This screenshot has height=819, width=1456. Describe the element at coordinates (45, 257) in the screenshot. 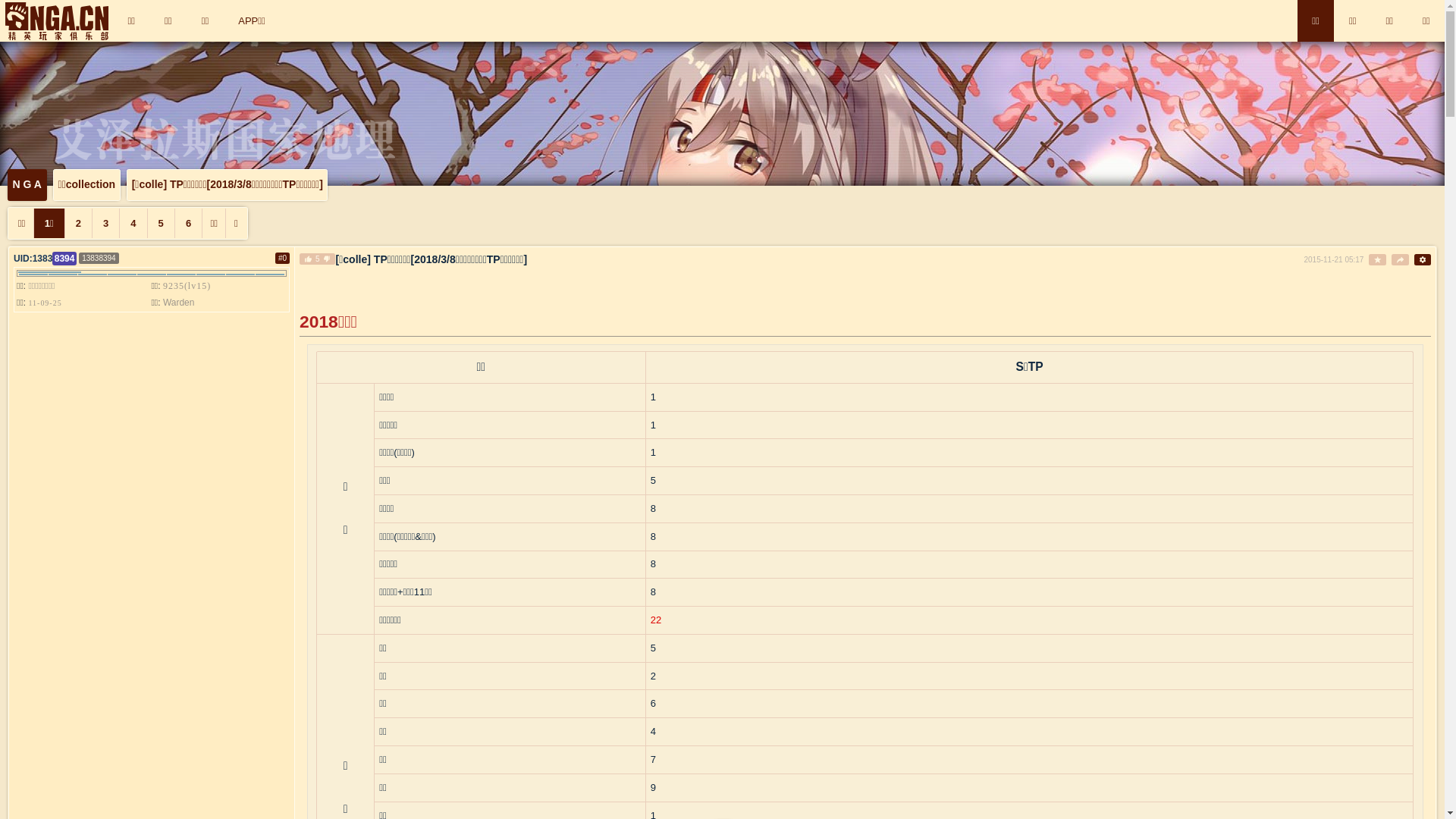

I see `'UID:13838394'` at that location.